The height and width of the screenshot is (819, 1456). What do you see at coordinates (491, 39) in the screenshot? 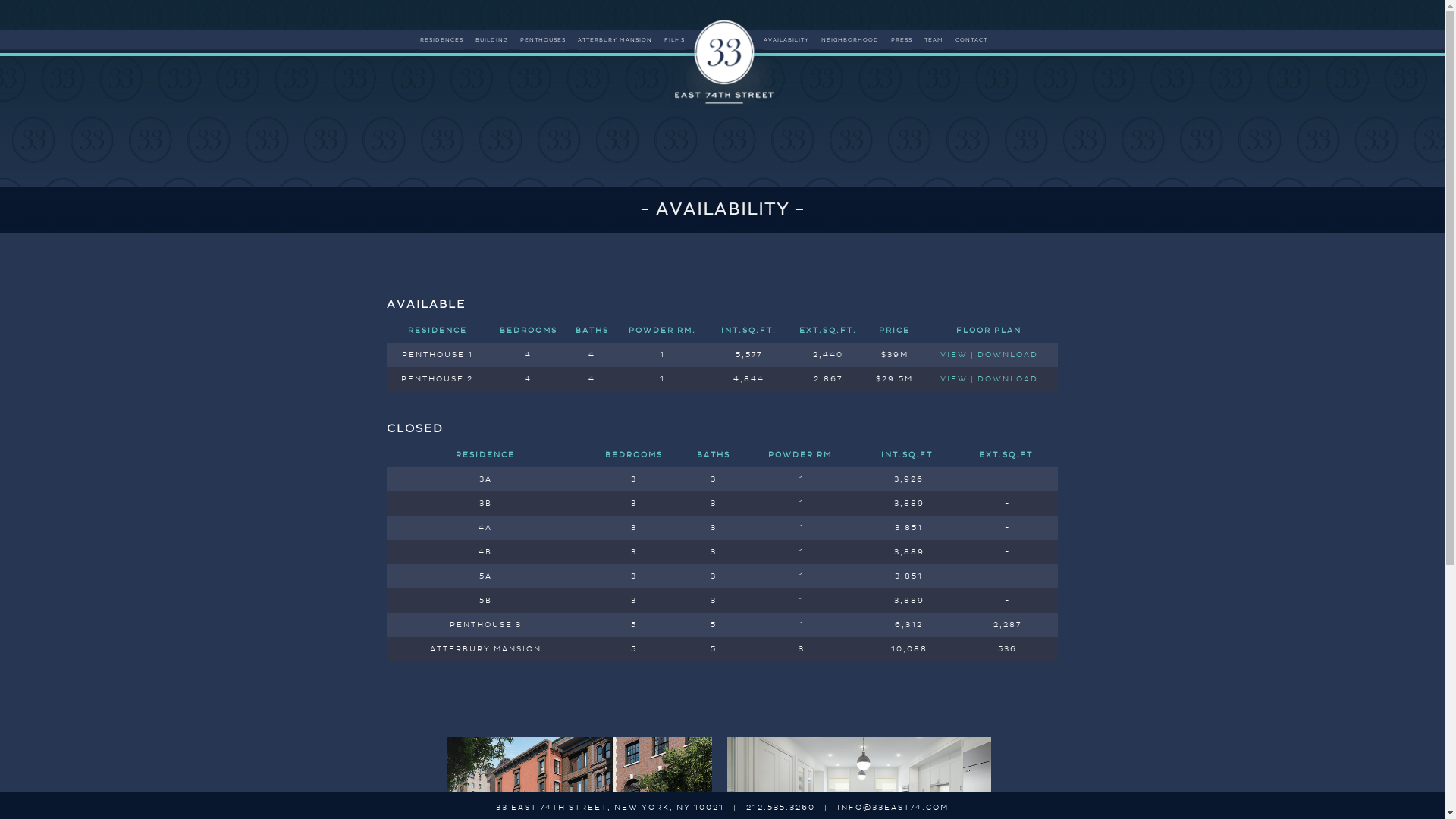
I see `'BUILDING'` at bounding box center [491, 39].